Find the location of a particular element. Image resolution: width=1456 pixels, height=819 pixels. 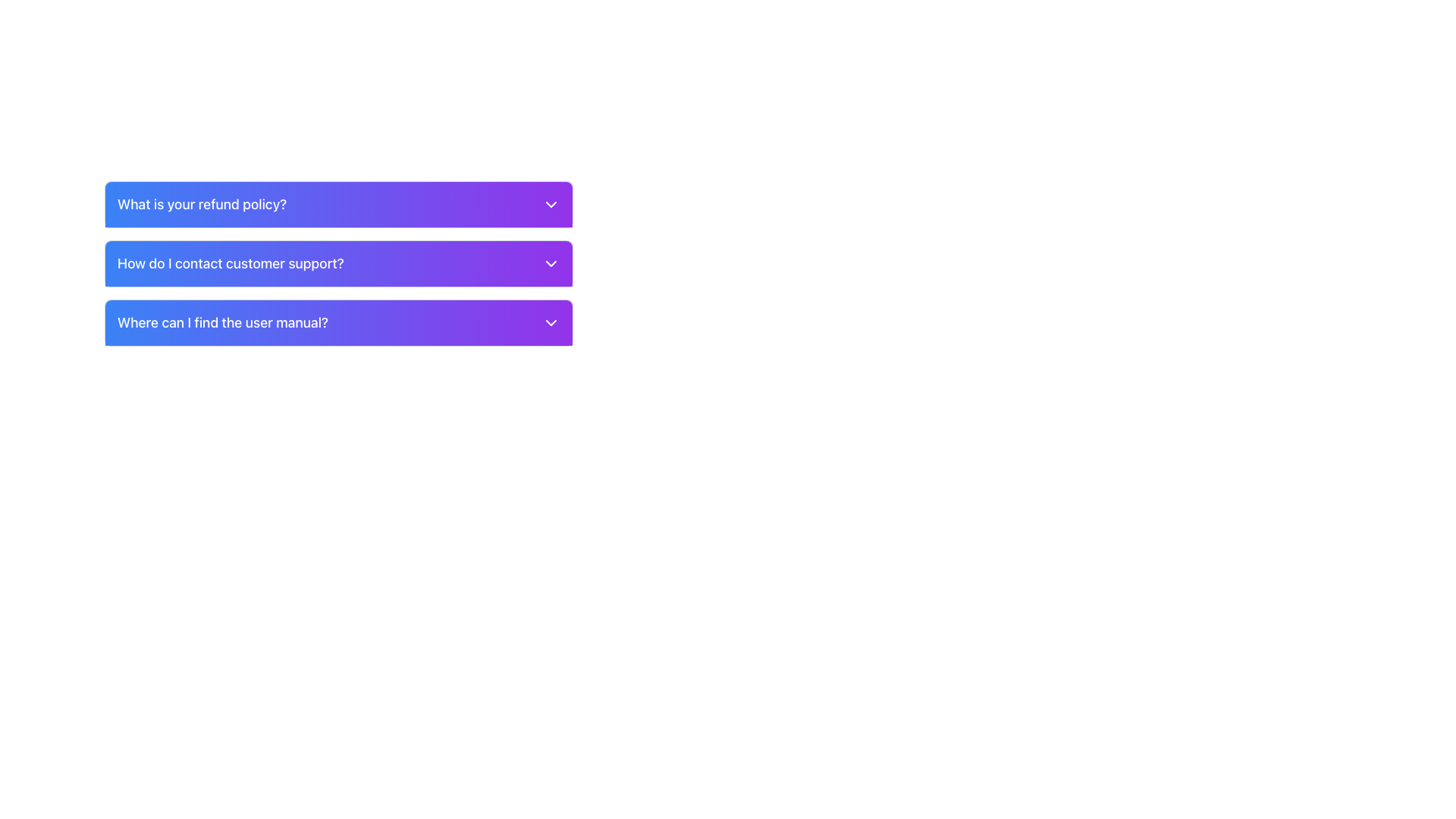

the text label that reads 'How do I contact customer support?' which is displayed in white on a gradient background, positioned as the second item in the vertical list is located at coordinates (230, 262).